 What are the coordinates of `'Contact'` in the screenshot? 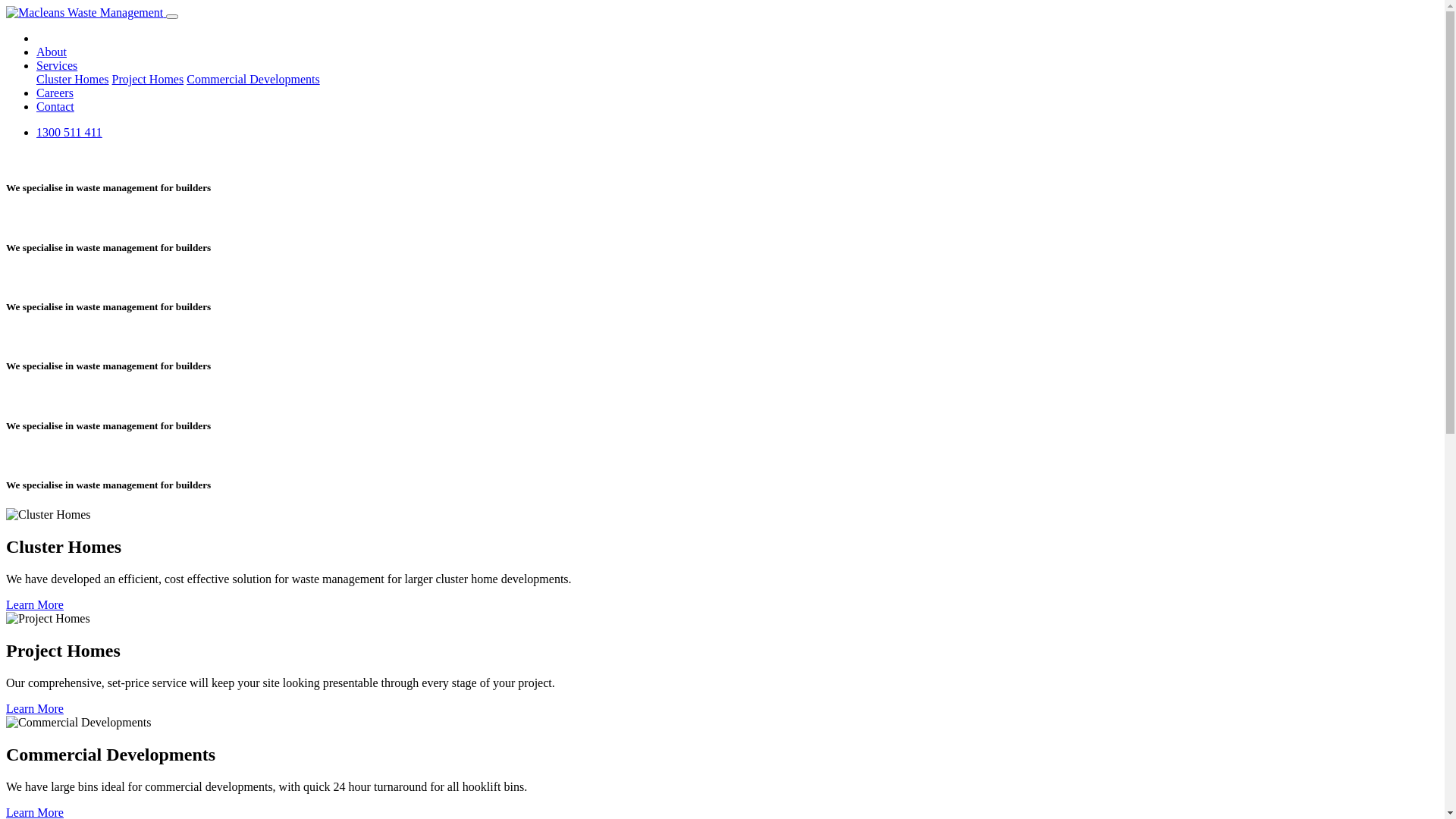 It's located at (55, 105).